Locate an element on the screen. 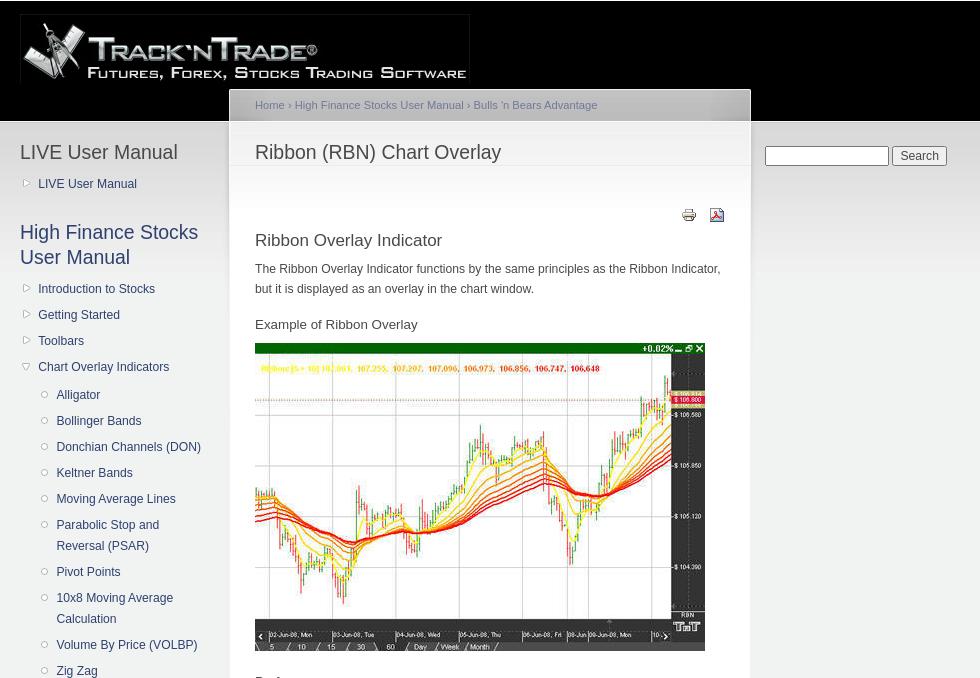  'Donchian Channels (DON)' is located at coordinates (55, 445).